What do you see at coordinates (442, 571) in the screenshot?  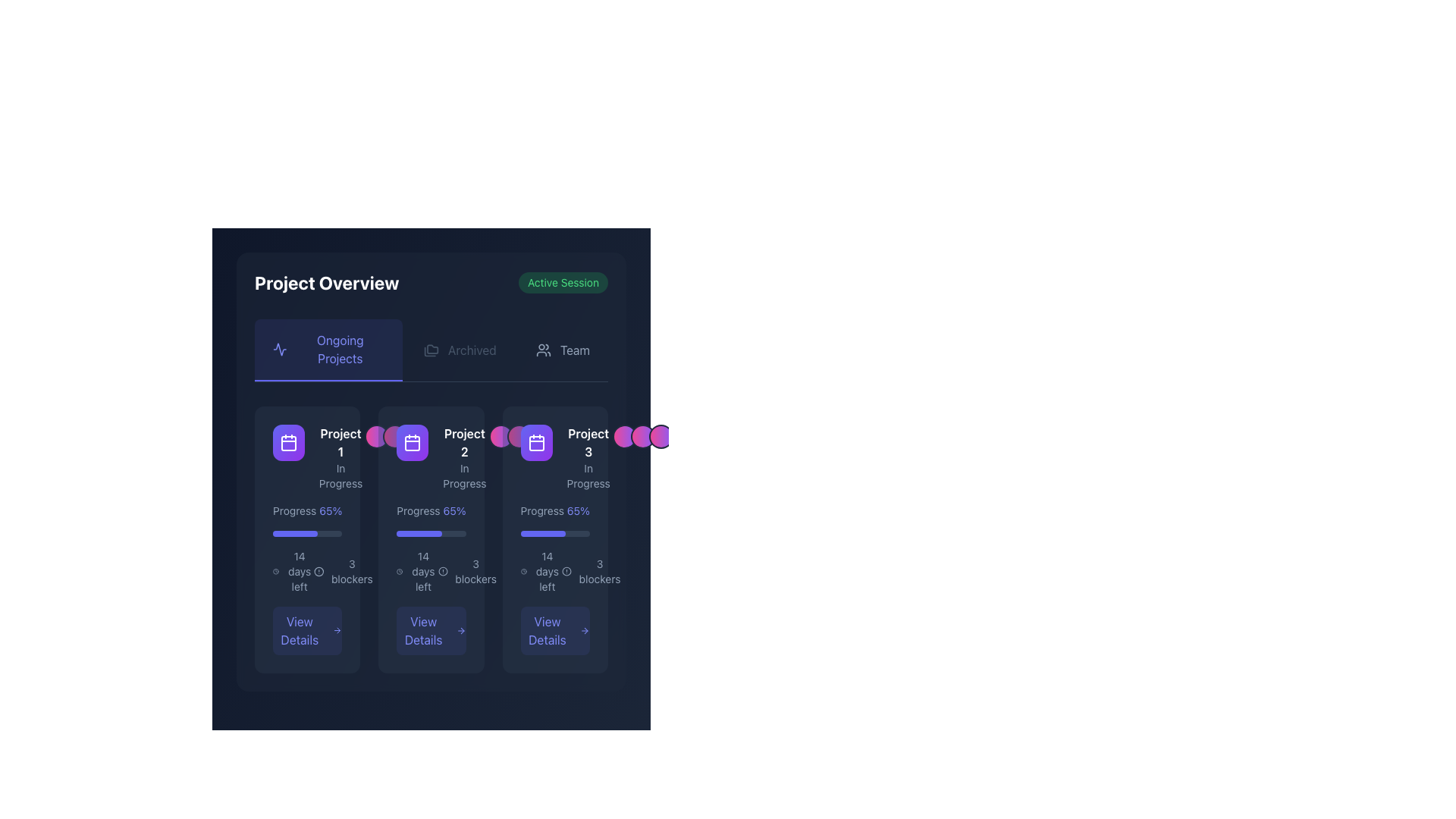 I see `the alert represented by the icon indicating '3 blockers' in the third project card of the 'Ongoing Projects' section` at bounding box center [442, 571].